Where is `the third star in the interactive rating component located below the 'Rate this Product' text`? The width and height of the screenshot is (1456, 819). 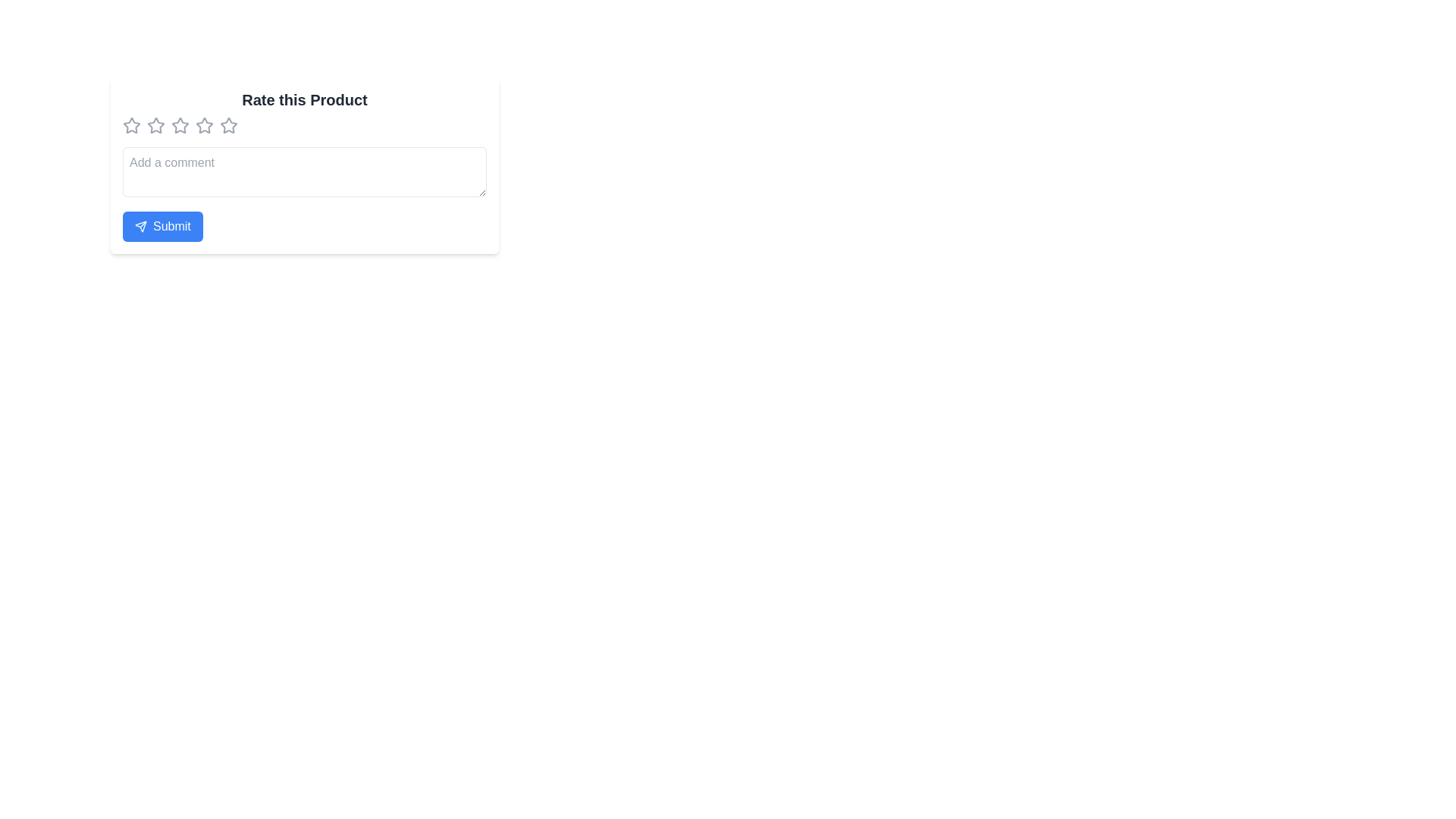 the third star in the interactive rating component located below the 'Rate this Product' text is located at coordinates (180, 124).